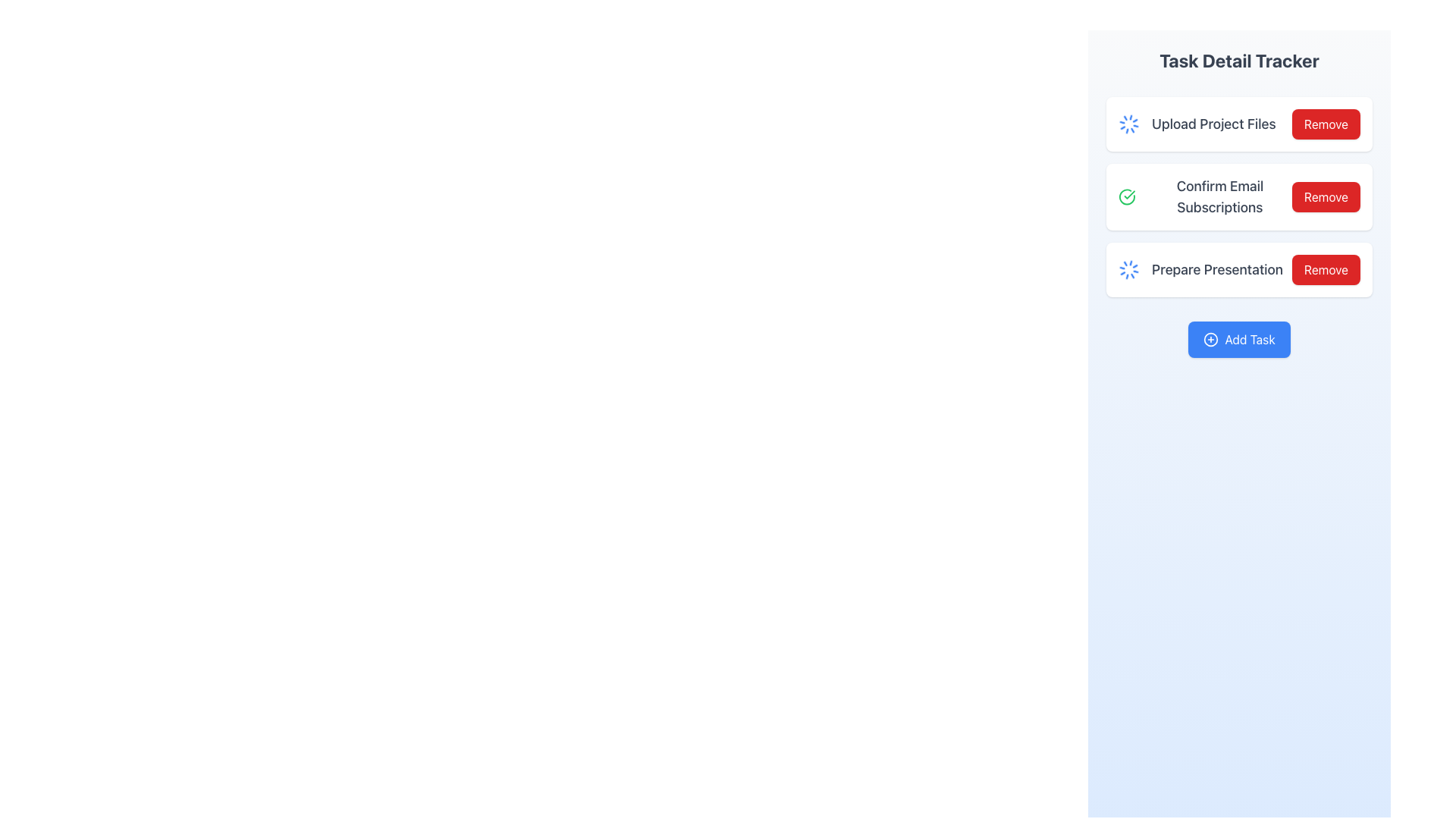 The image size is (1456, 819). What do you see at coordinates (1239, 268) in the screenshot?
I see `task name and status of the task titled 'Prepare Presentation', which is the third item in a vertically stacked list of tasks` at bounding box center [1239, 268].